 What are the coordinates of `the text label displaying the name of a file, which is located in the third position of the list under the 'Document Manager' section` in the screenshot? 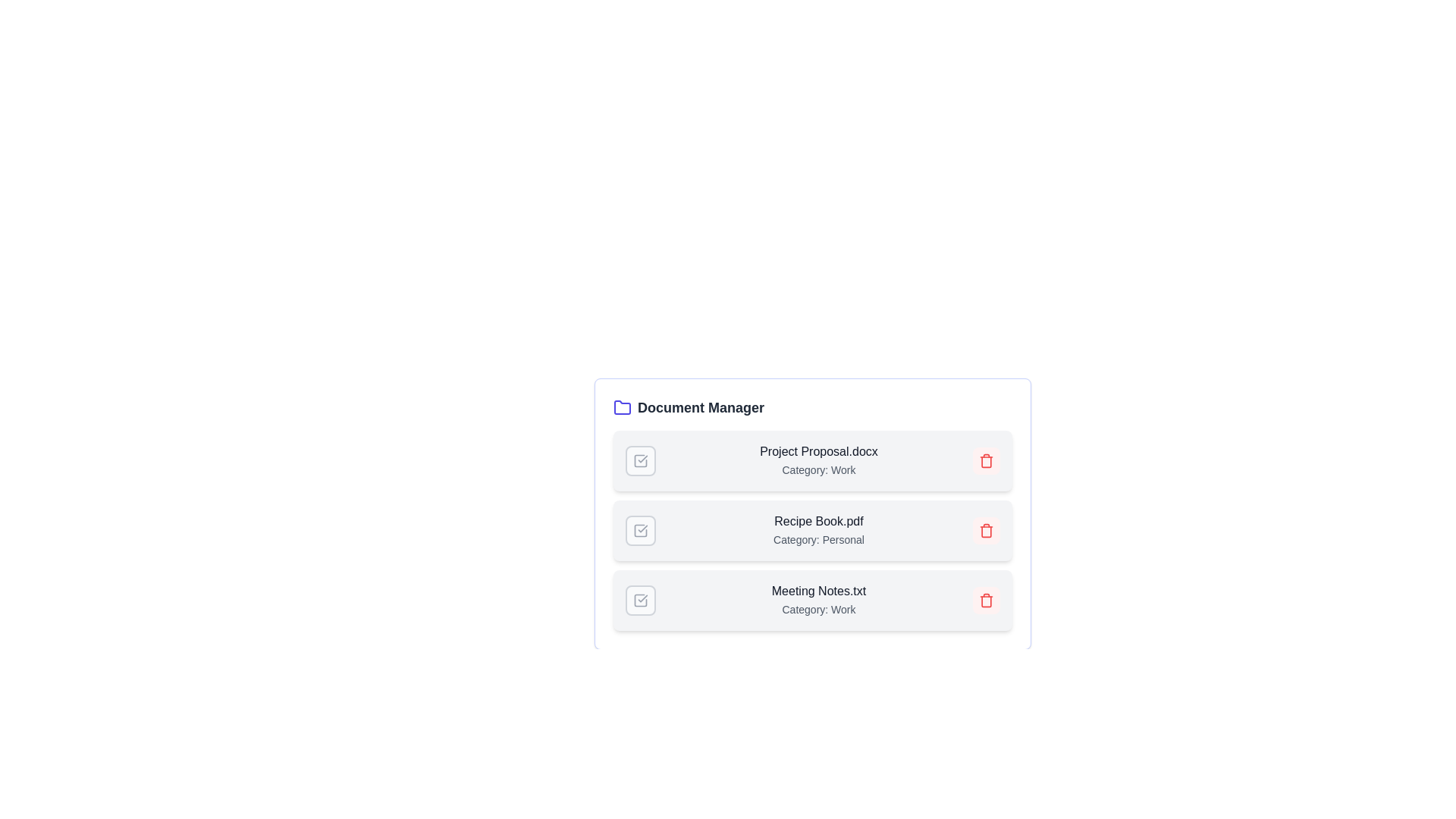 It's located at (818, 590).